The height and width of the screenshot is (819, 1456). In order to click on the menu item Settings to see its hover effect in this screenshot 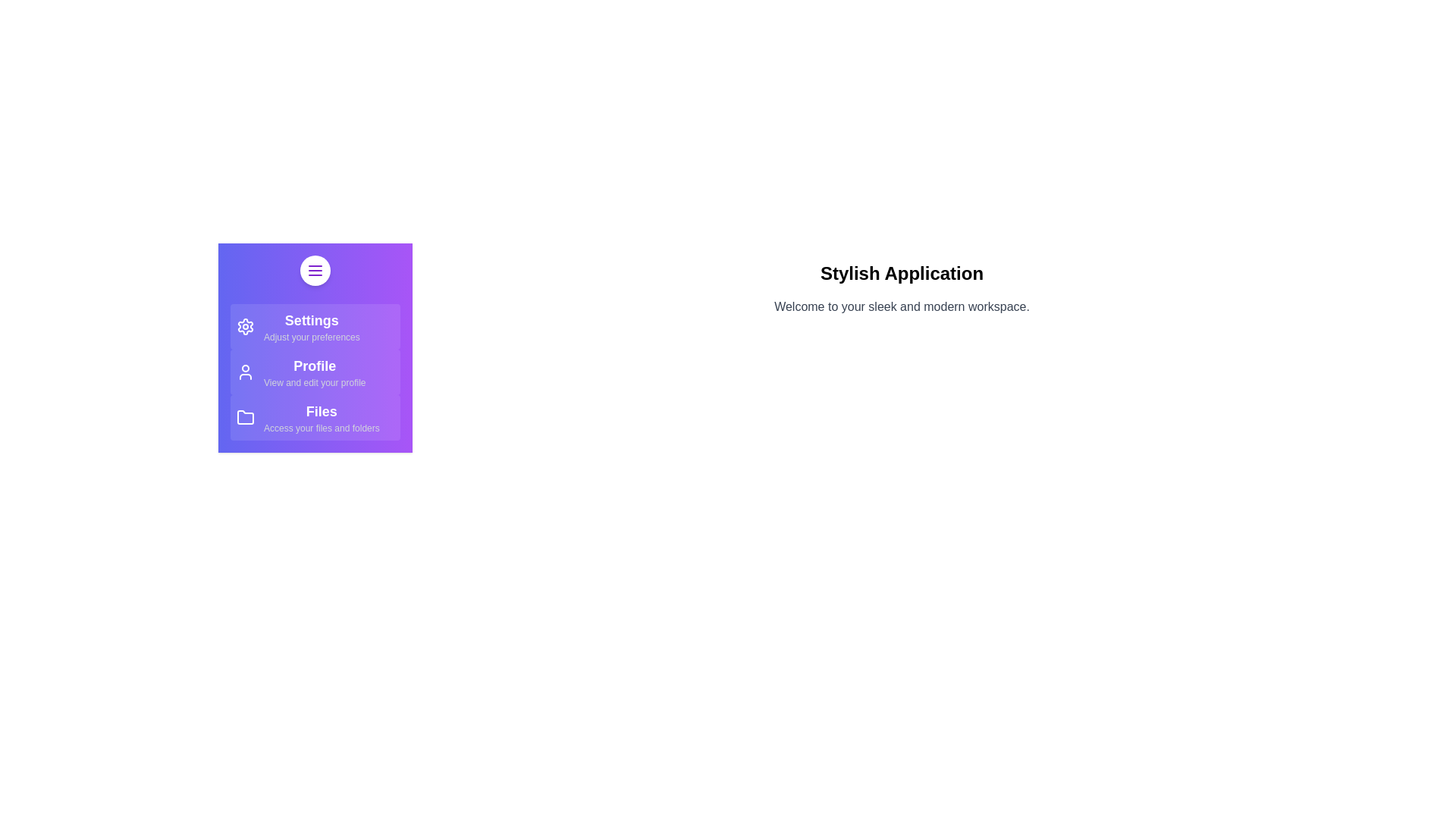, I will do `click(315, 326)`.